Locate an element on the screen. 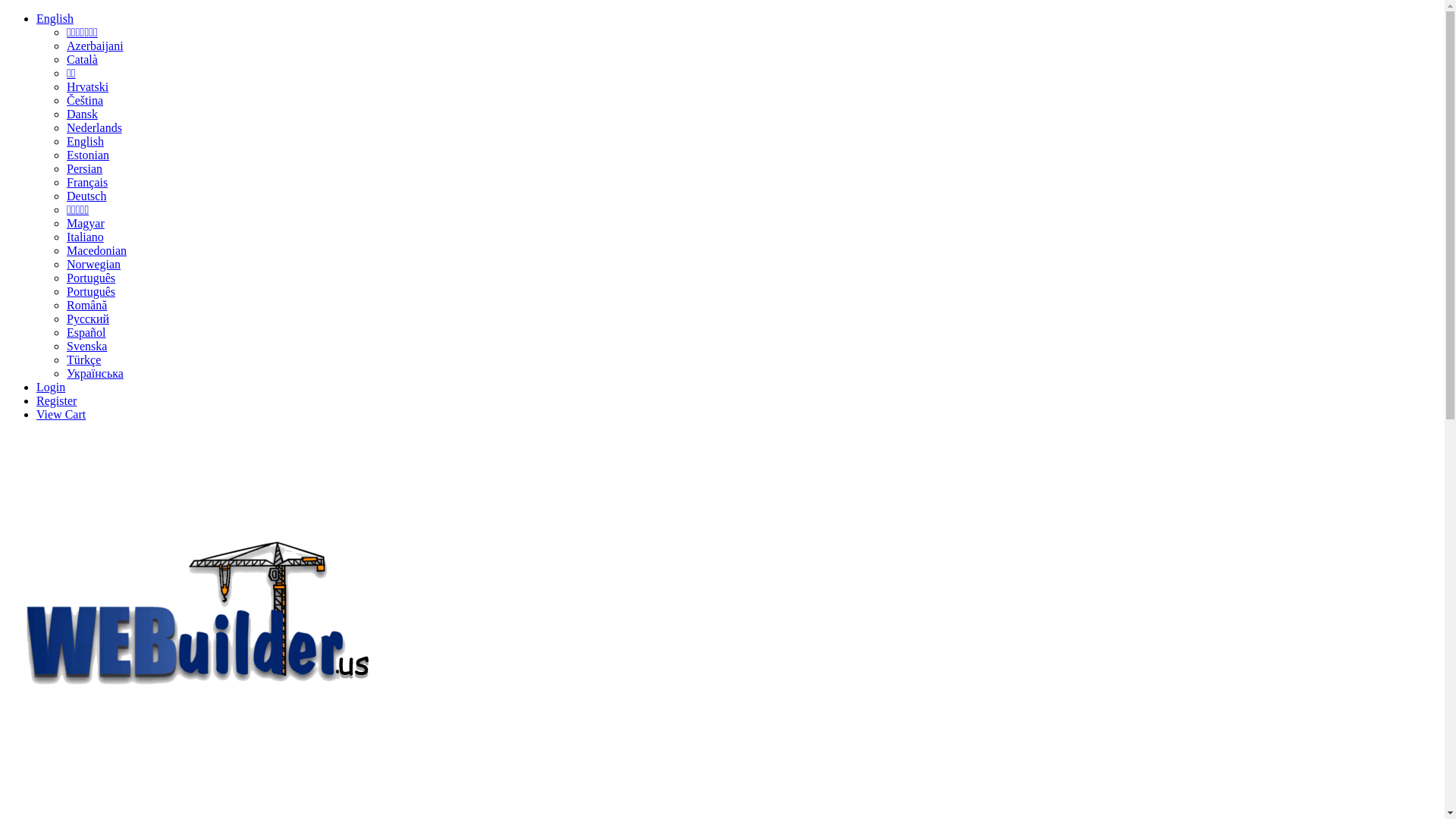 The height and width of the screenshot is (819, 1456). 'Estonian' is located at coordinates (86, 155).